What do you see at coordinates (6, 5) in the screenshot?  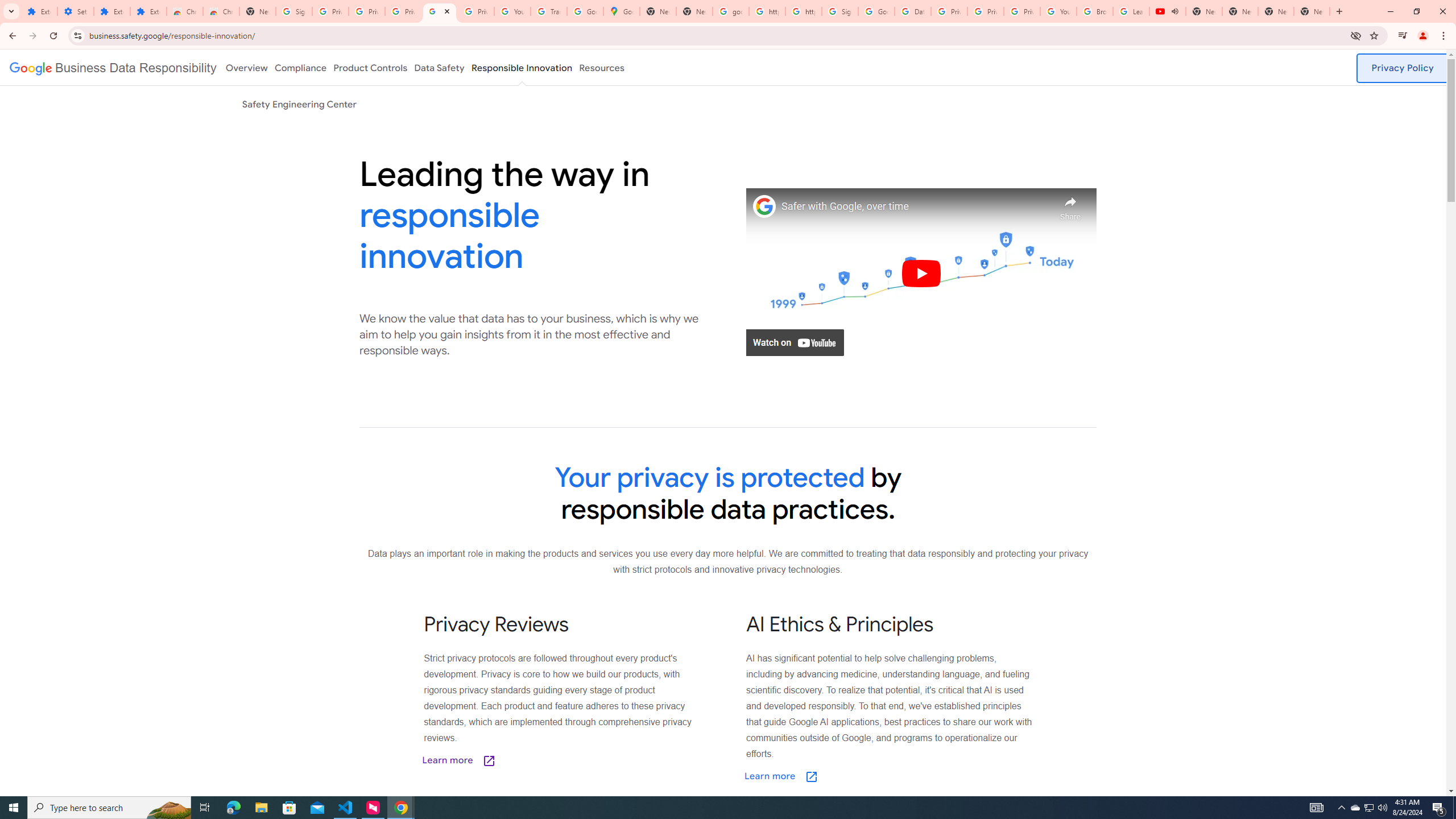 I see `'System'` at bounding box center [6, 5].